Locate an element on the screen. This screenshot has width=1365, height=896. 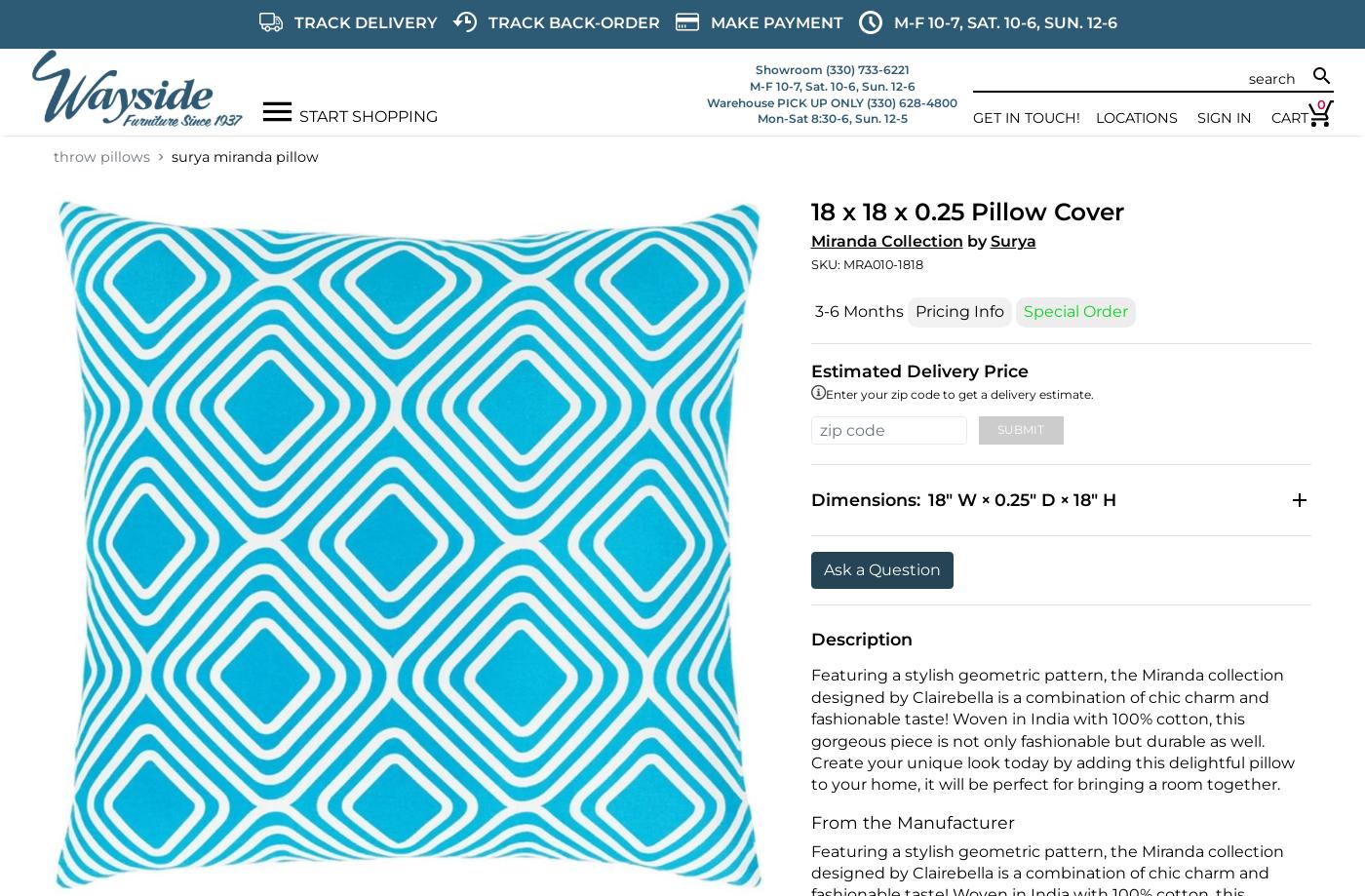
'Miranda Collection' is located at coordinates (885, 241).